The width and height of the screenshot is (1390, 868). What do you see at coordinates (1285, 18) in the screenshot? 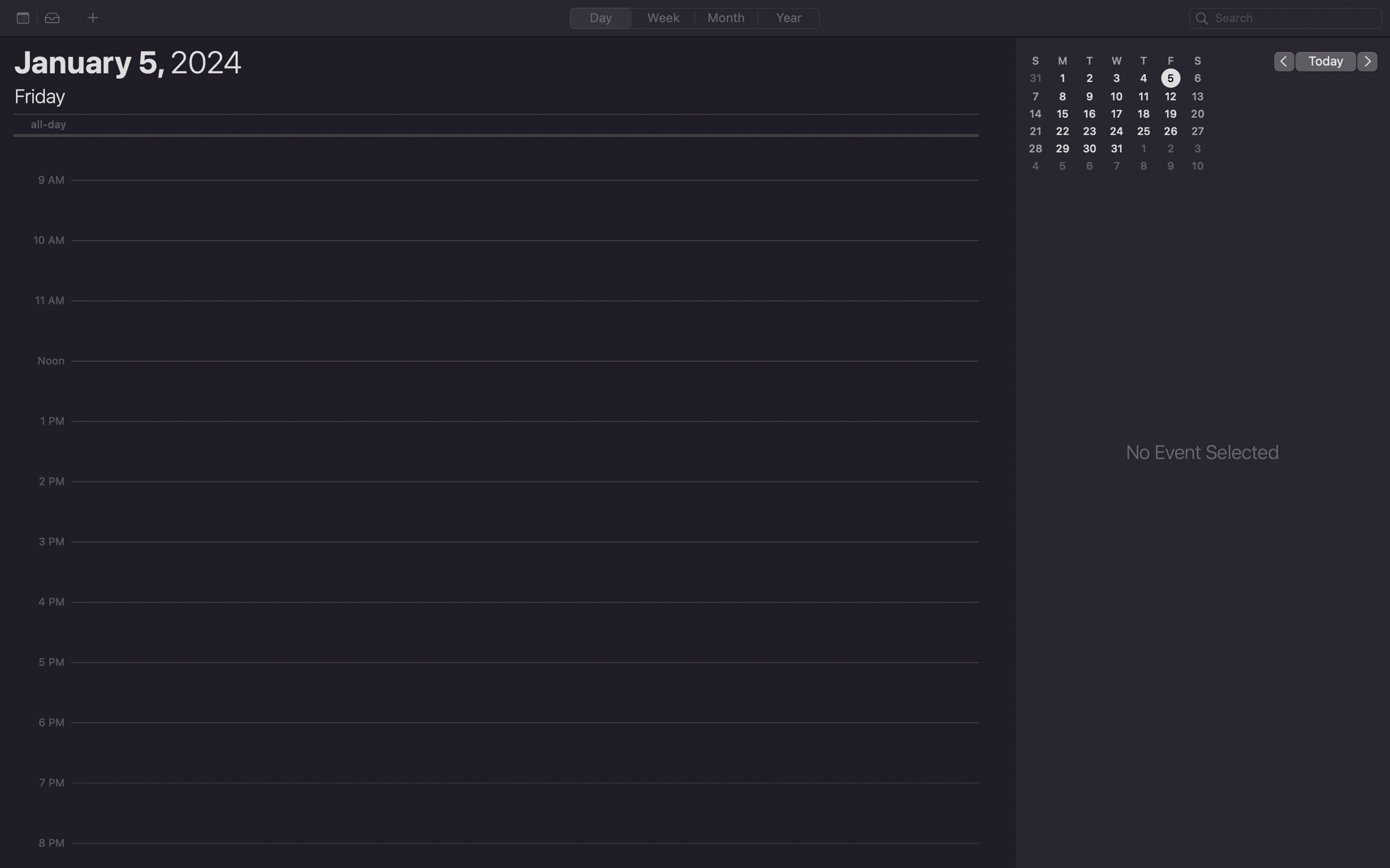
I see `Look up the event "Joe birthday` at bounding box center [1285, 18].